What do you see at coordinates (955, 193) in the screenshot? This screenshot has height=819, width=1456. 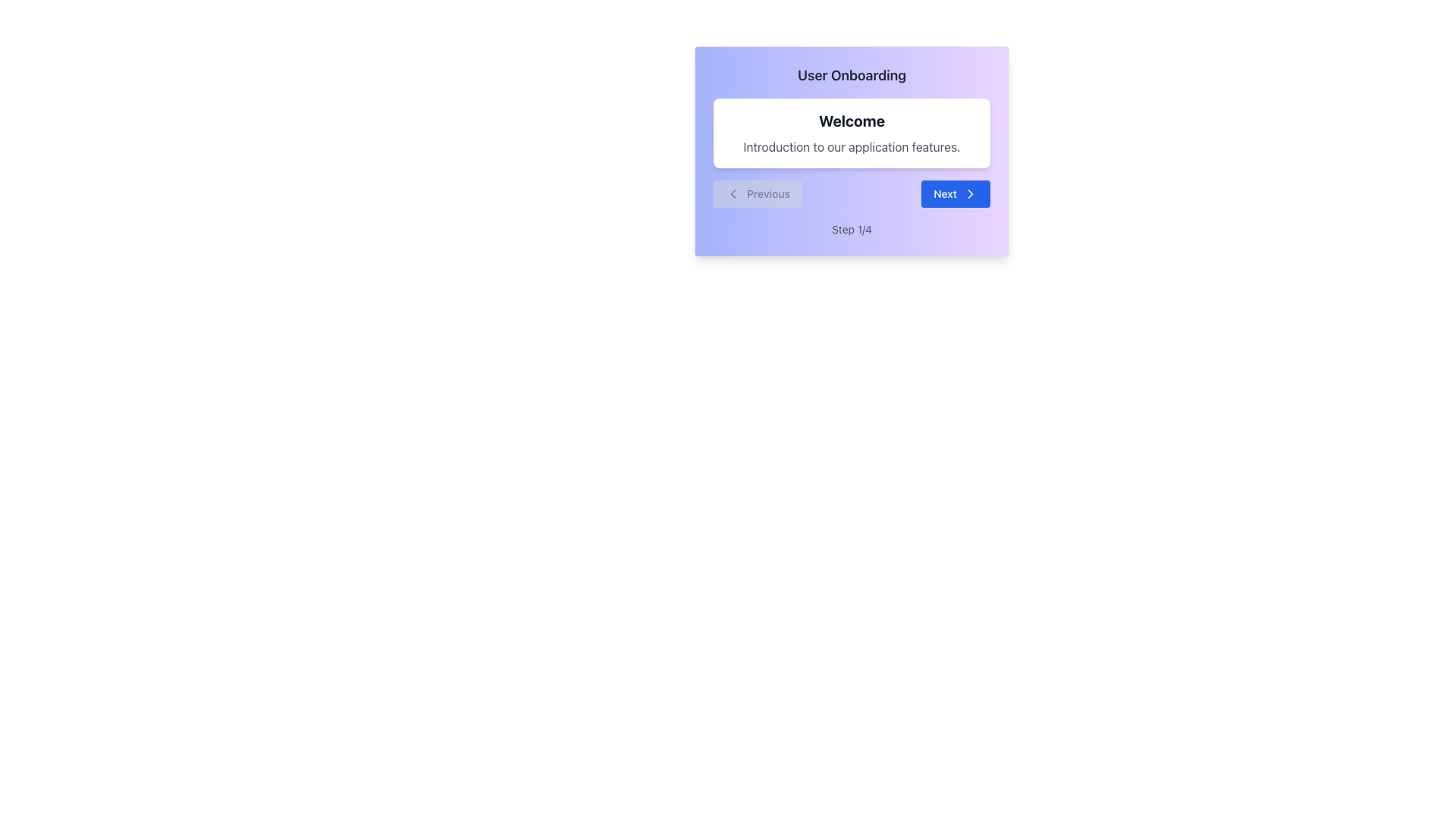 I see `the 'Next' button, which is a rectangular button with a blue background, white text, and rounded corners, located in the bottom-right section of a card or dialog box` at bounding box center [955, 193].